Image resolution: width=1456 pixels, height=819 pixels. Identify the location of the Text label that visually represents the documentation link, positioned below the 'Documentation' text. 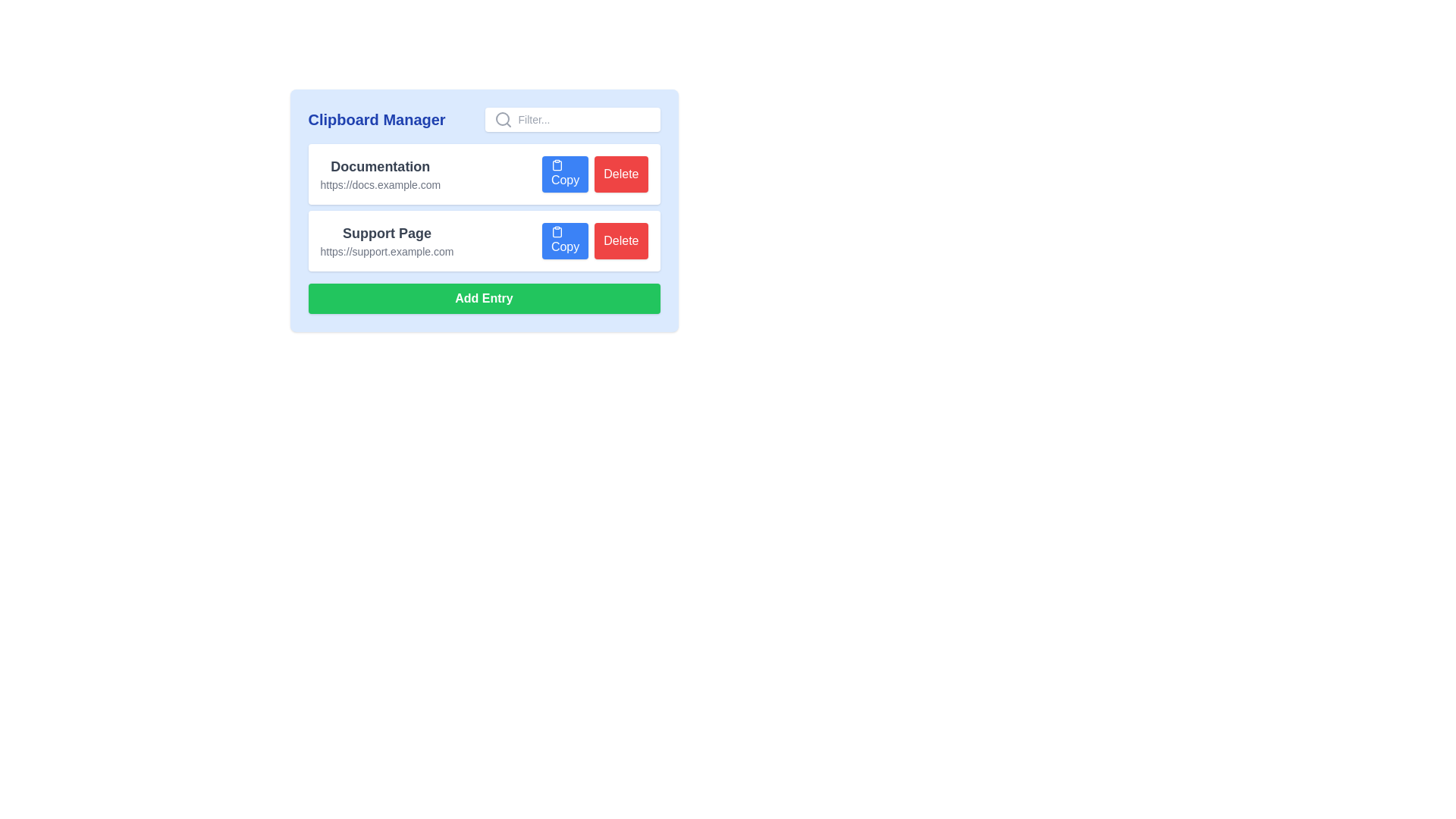
(380, 184).